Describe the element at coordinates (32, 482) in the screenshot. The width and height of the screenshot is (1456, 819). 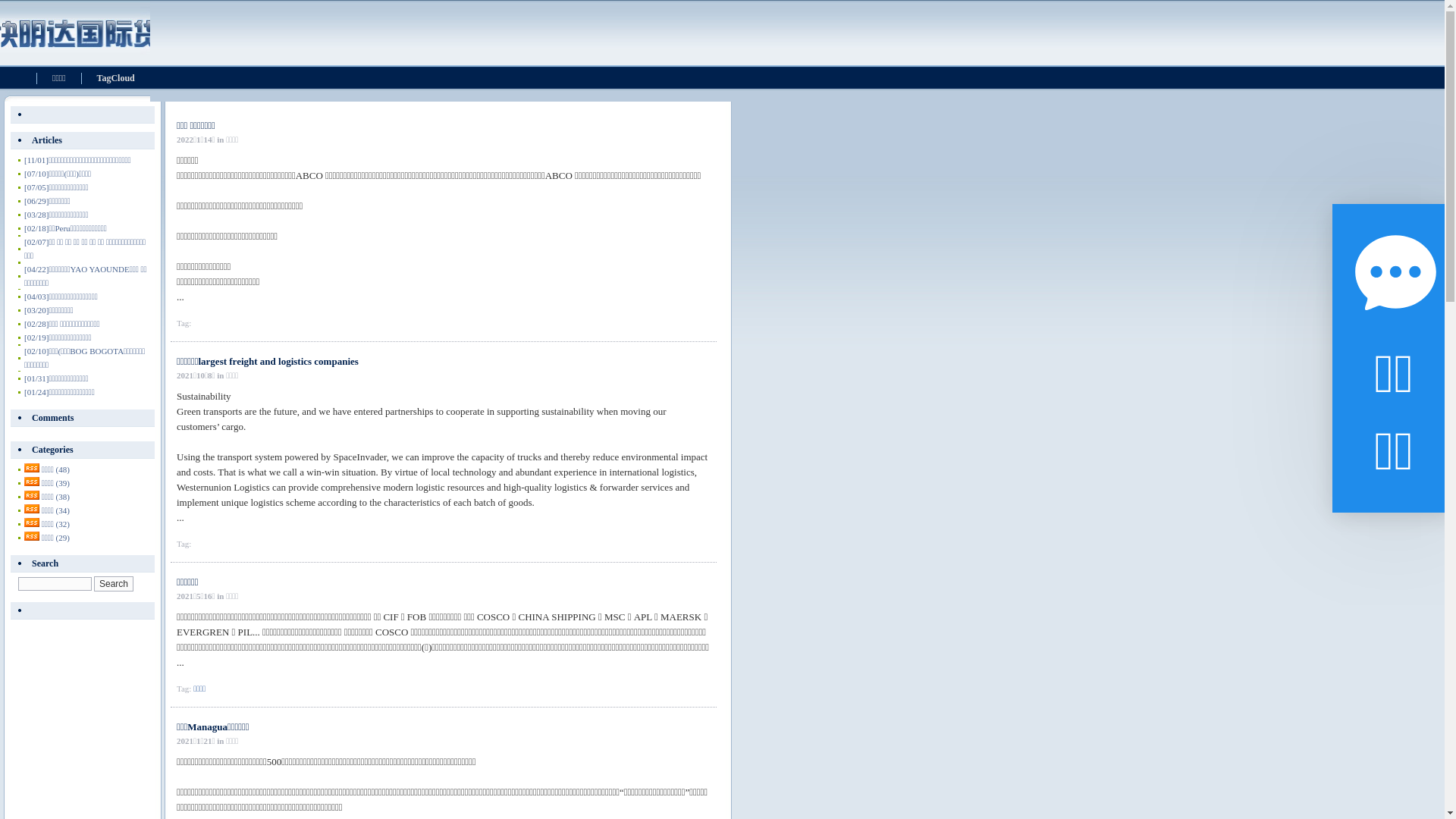
I see `'rss'` at that location.